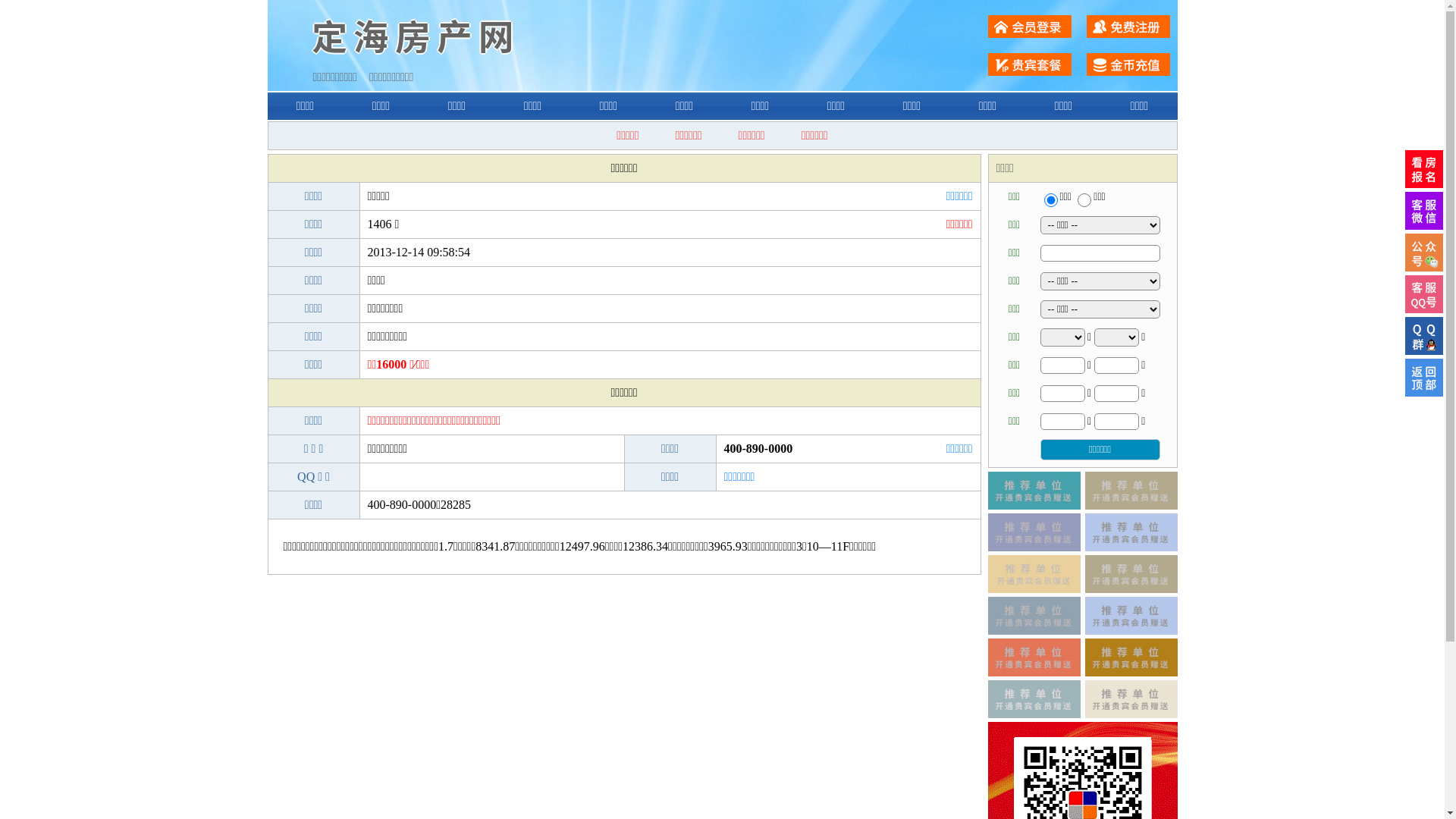 This screenshot has height=819, width=1456. I want to click on 'chuzu', so click(1084, 199).